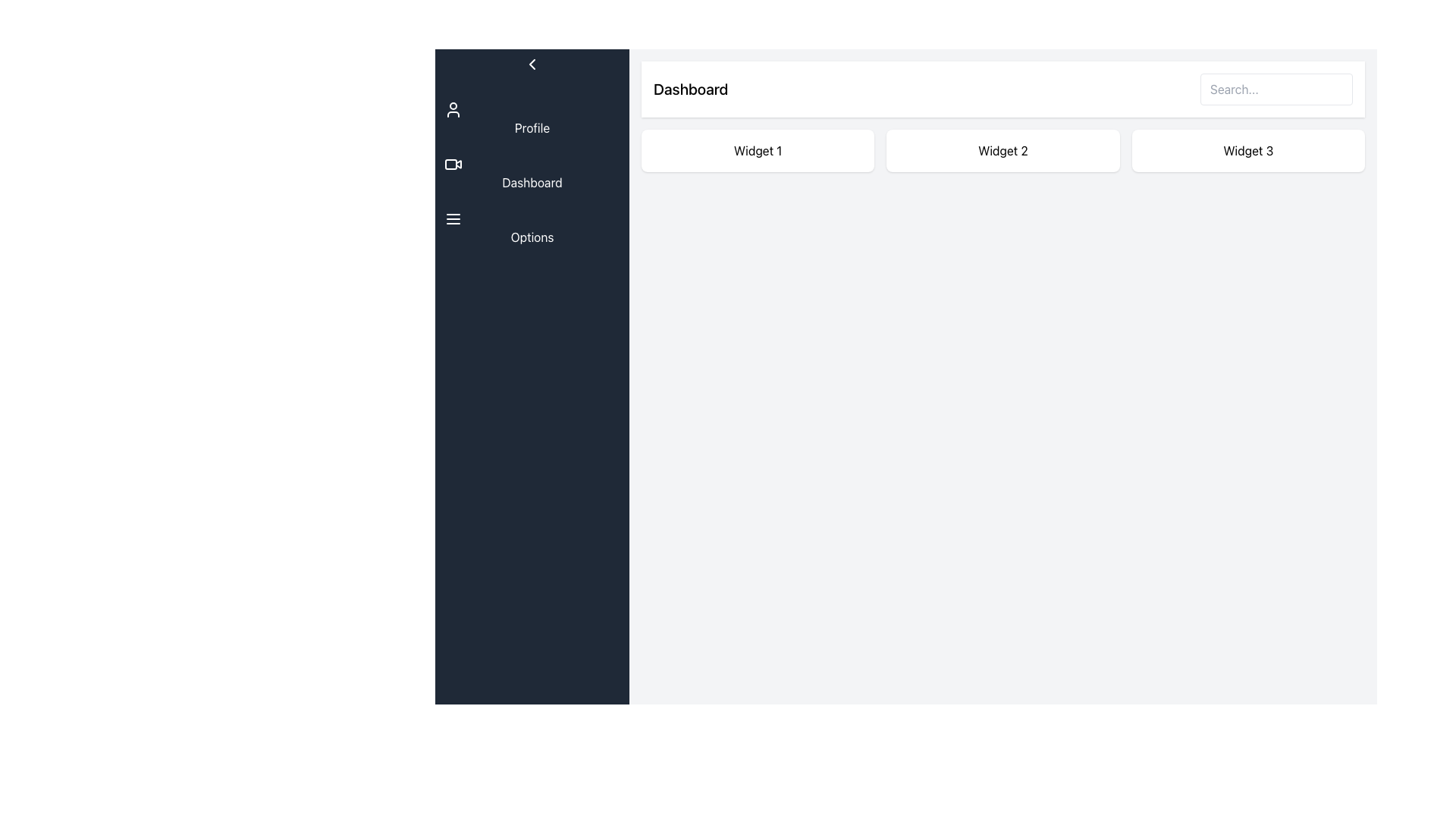  Describe the element at coordinates (532, 63) in the screenshot. I see `the small, left-pointing chevron icon at the top of the dark navigation sidebar` at that location.